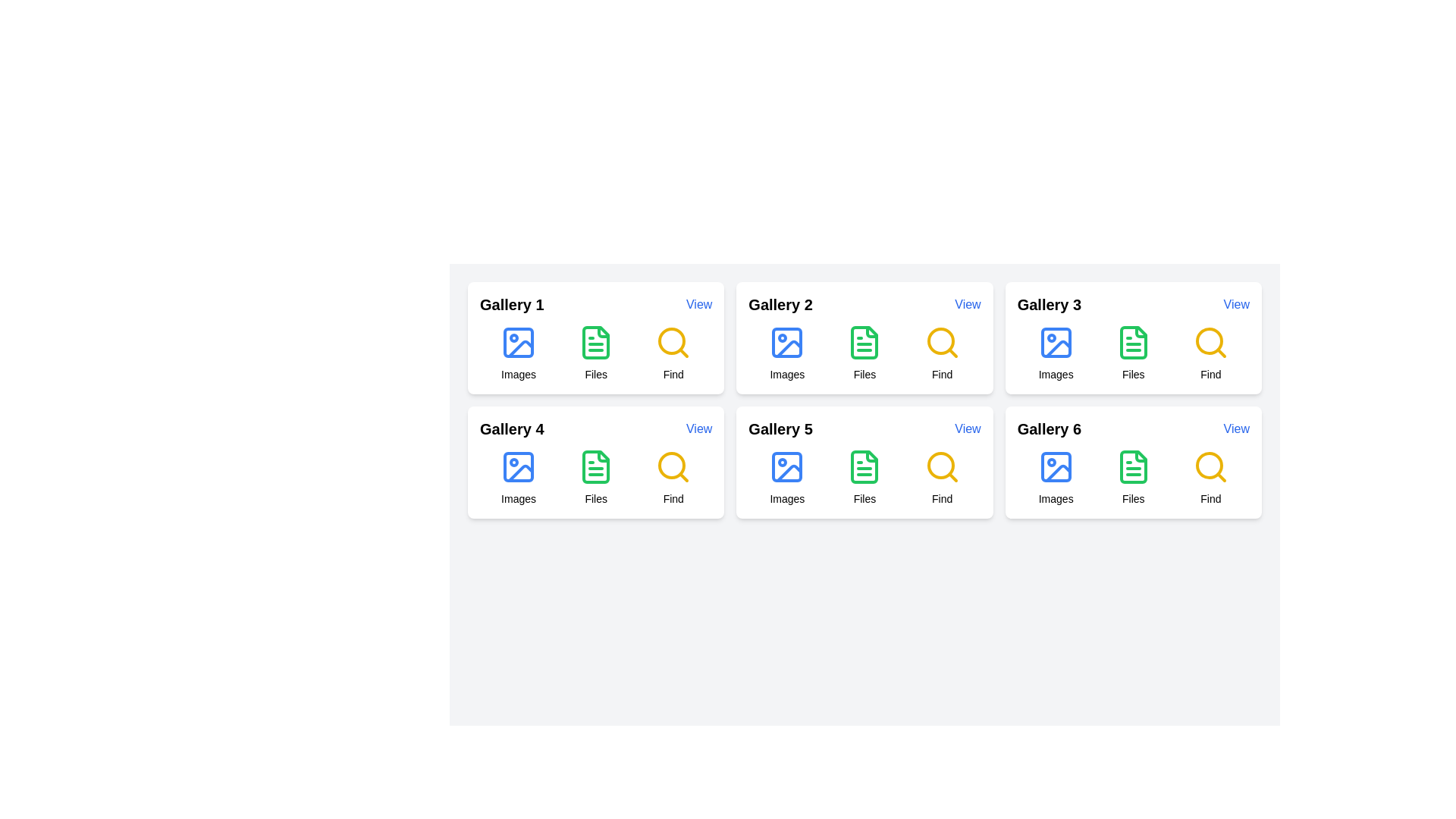  Describe the element at coordinates (519, 353) in the screenshot. I see `the 'Images' icon with a blue outline representing the 'Images' label, located below 'Gallery 1' for keyboard navigation` at that location.